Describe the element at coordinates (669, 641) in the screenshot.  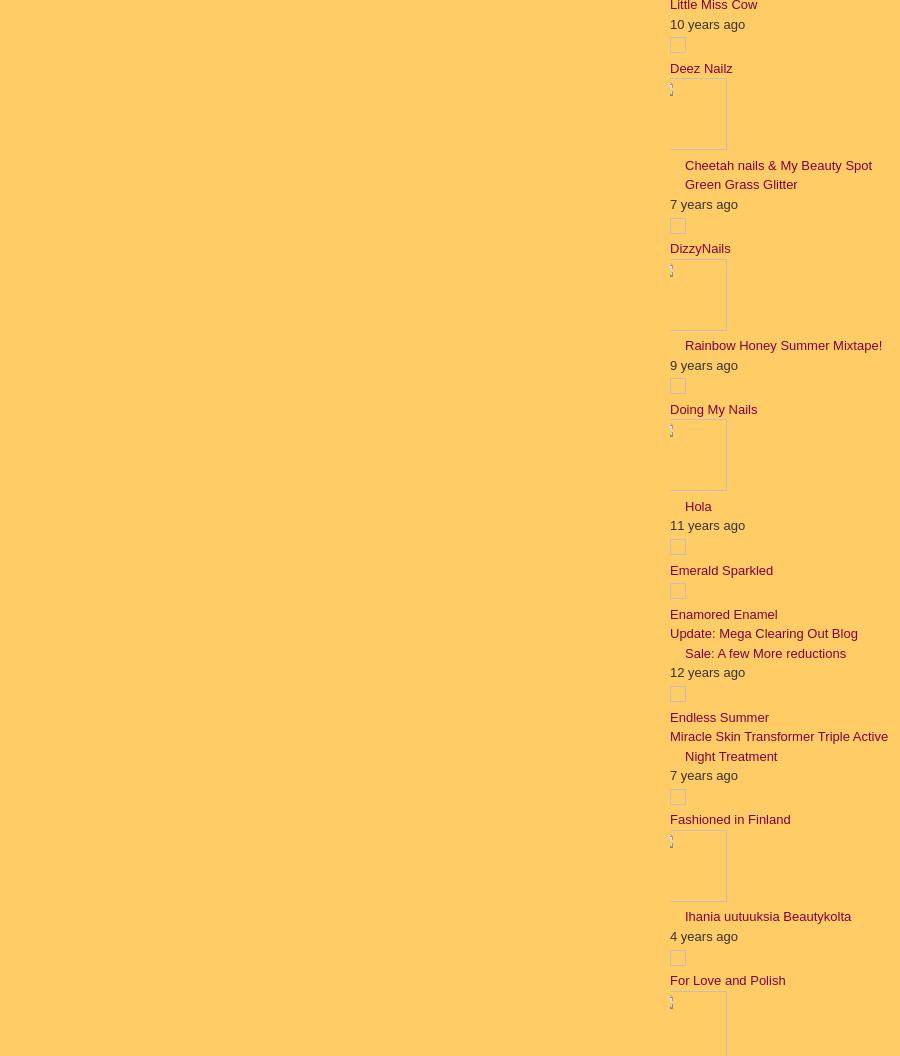
I see `'Update: Mega Clearing Out Blog Sale: A few More reductions'` at that location.